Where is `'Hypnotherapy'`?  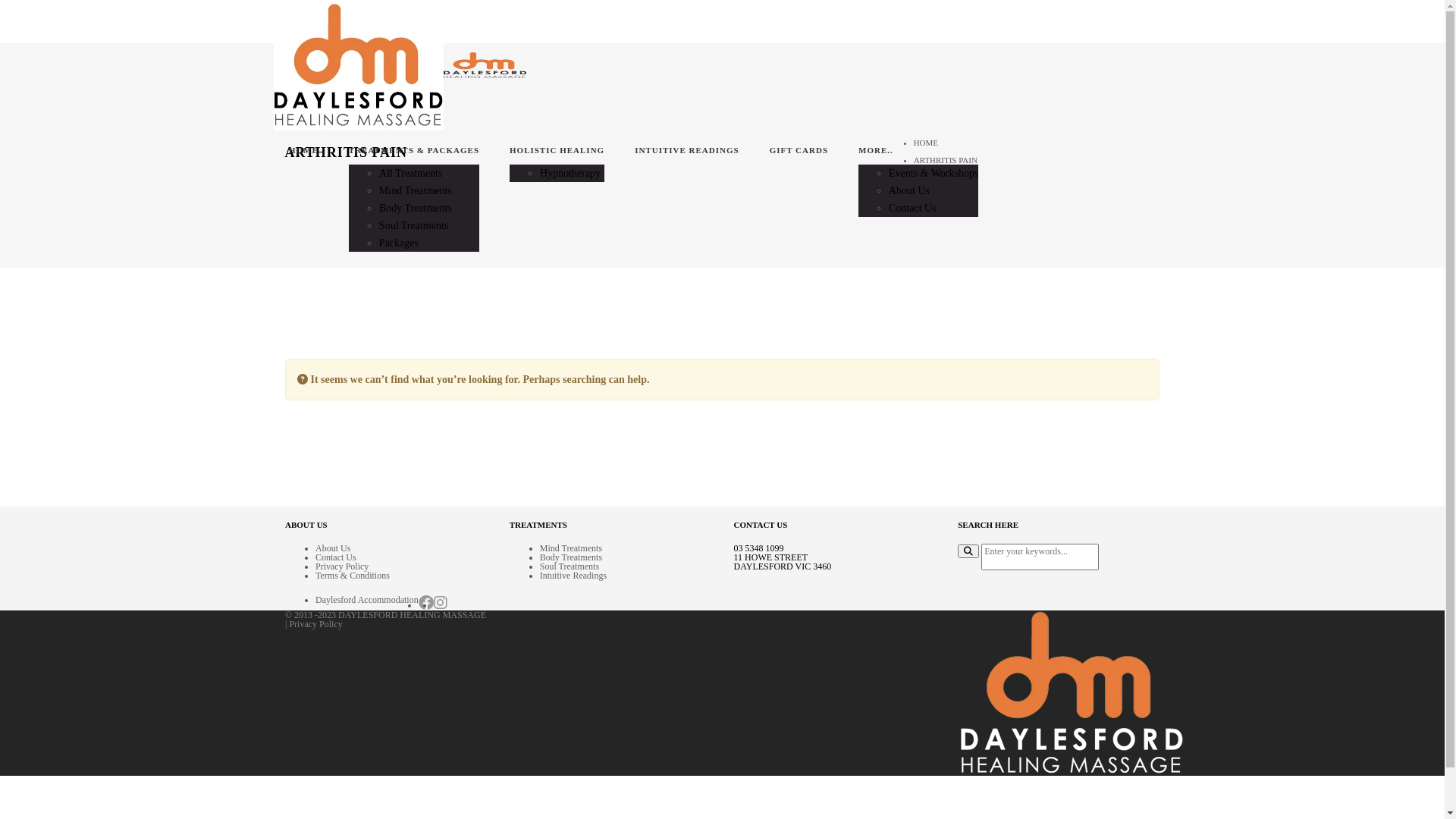
'Hypnotherapy' is located at coordinates (570, 172).